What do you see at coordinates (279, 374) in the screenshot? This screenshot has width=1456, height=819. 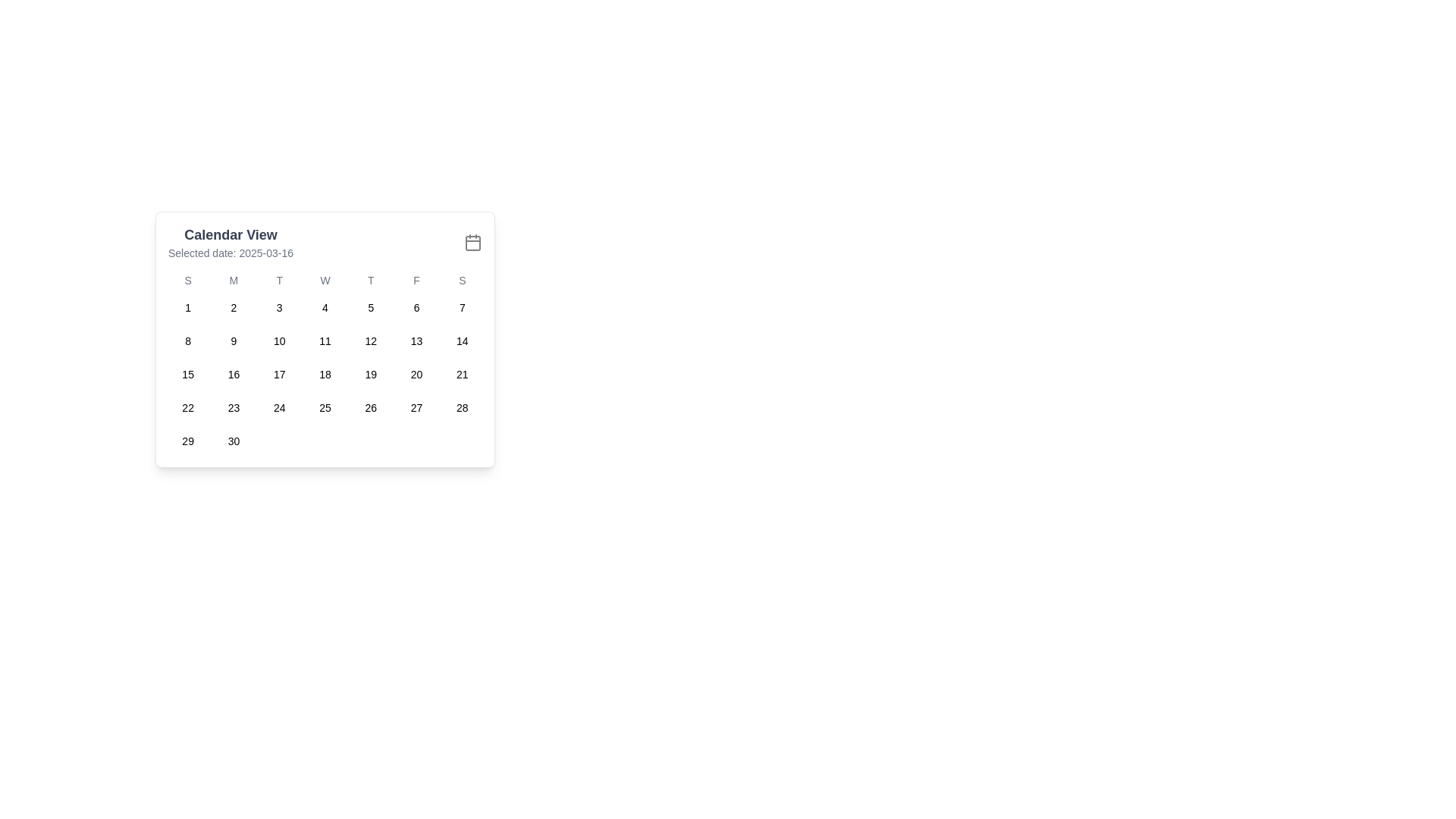 I see `the Calendar Day Button displaying the number '17' in the fourth row and third column of the calendar grid` at bounding box center [279, 374].